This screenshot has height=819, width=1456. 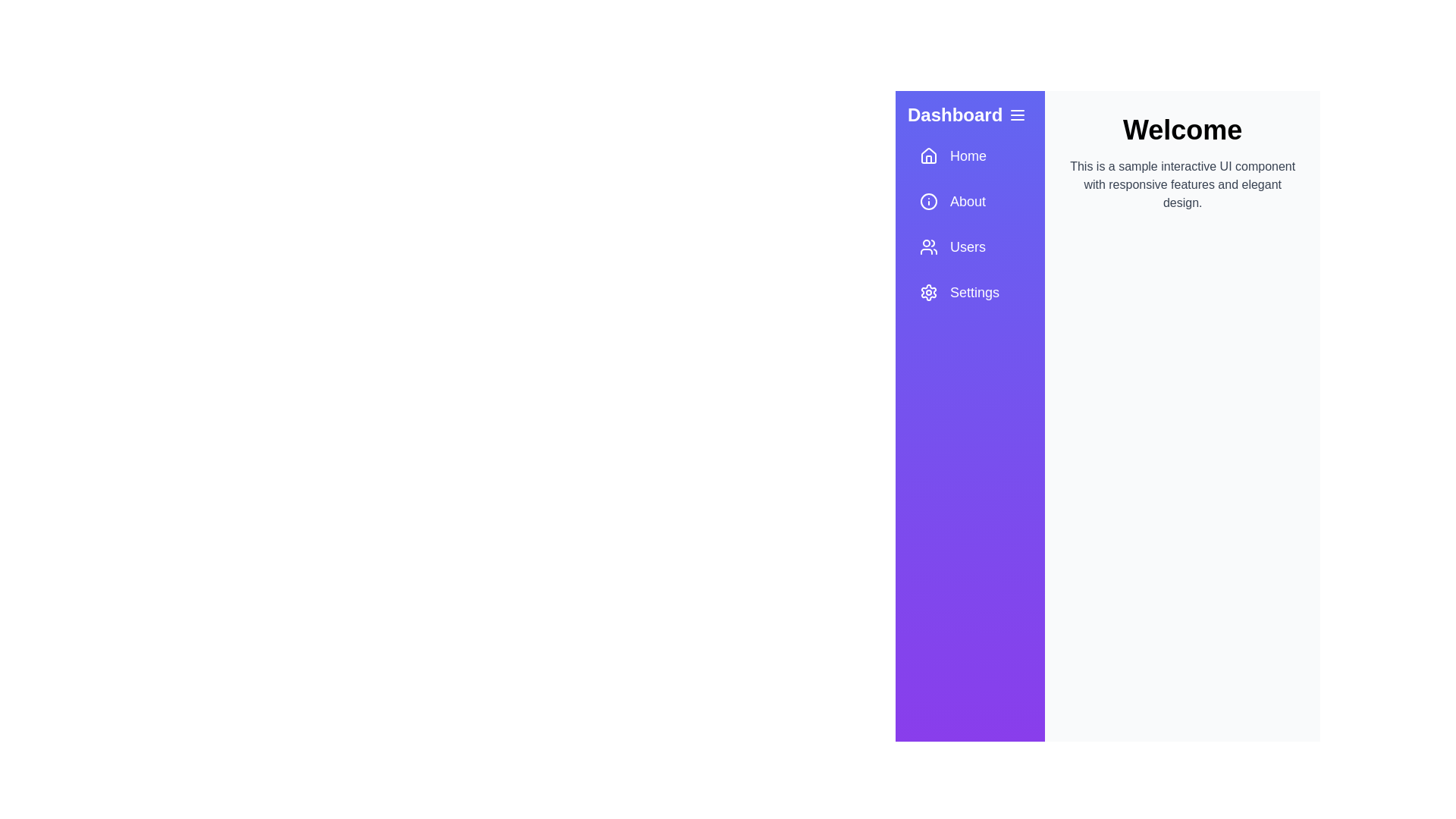 What do you see at coordinates (1181, 130) in the screenshot?
I see `the 'Welcome' text in the main content area` at bounding box center [1181, 130].